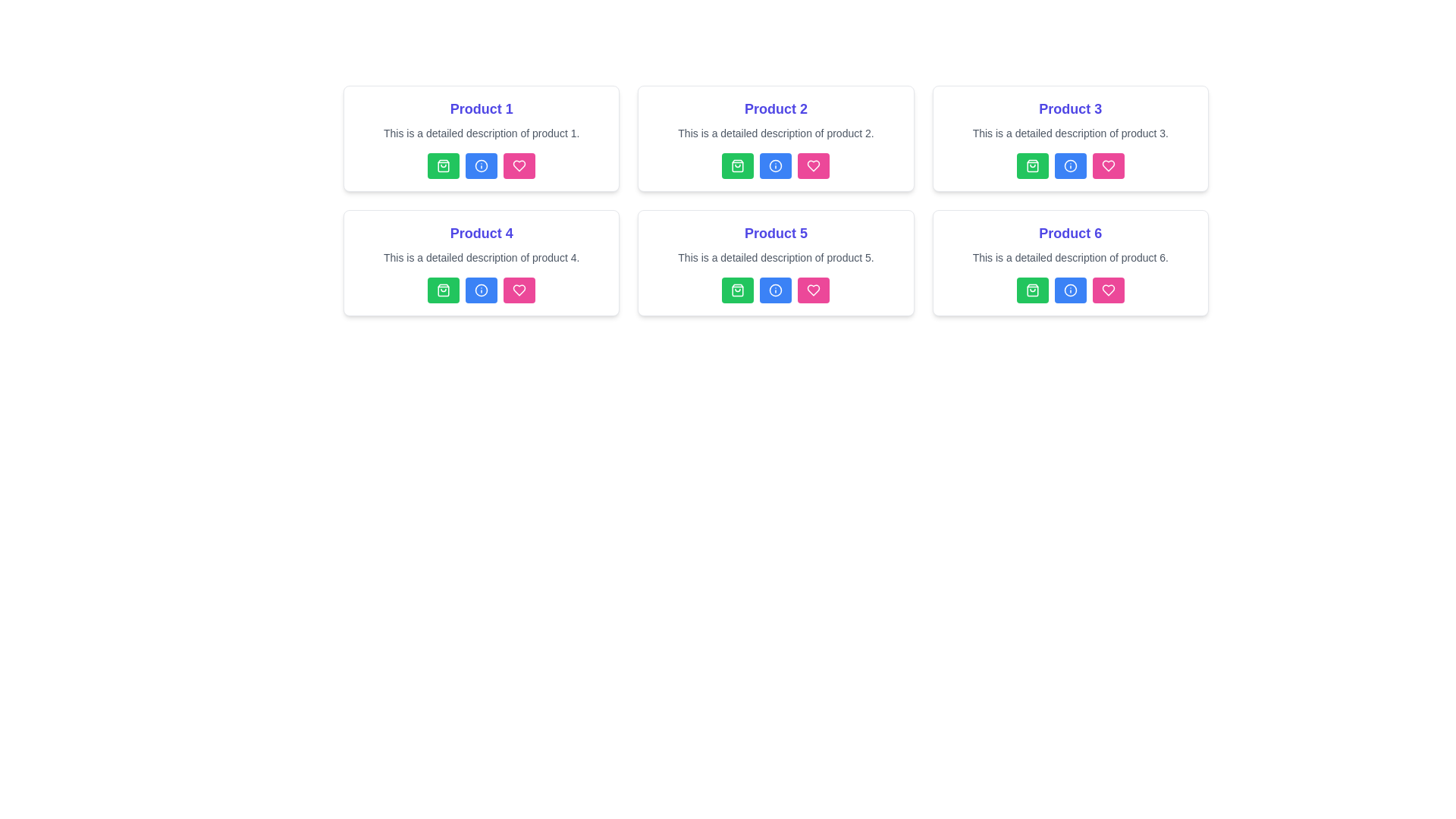 The image size is (1456, 819). Describe the element at coordinates (776, 166) in the screenshot. I see `the circular icon element with a blue stroke located beneath the 'Product 2' card in the center of the trio of action buttons` at that location.